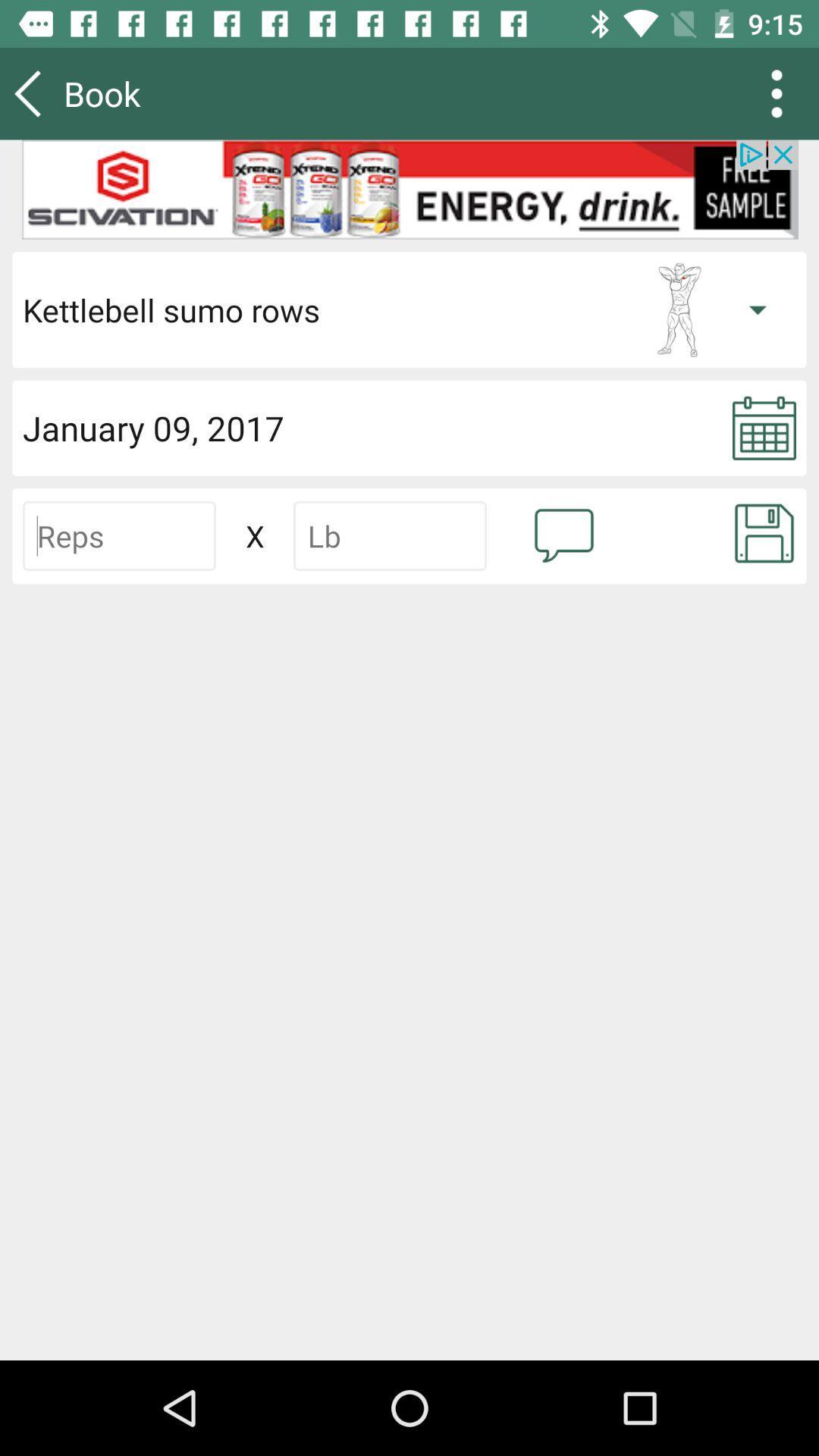 The image size is (819, 1456). What do you see at coordinates (564, 535) in the screenshot?
I see `the chat icon` at bounding box center [564, 535].